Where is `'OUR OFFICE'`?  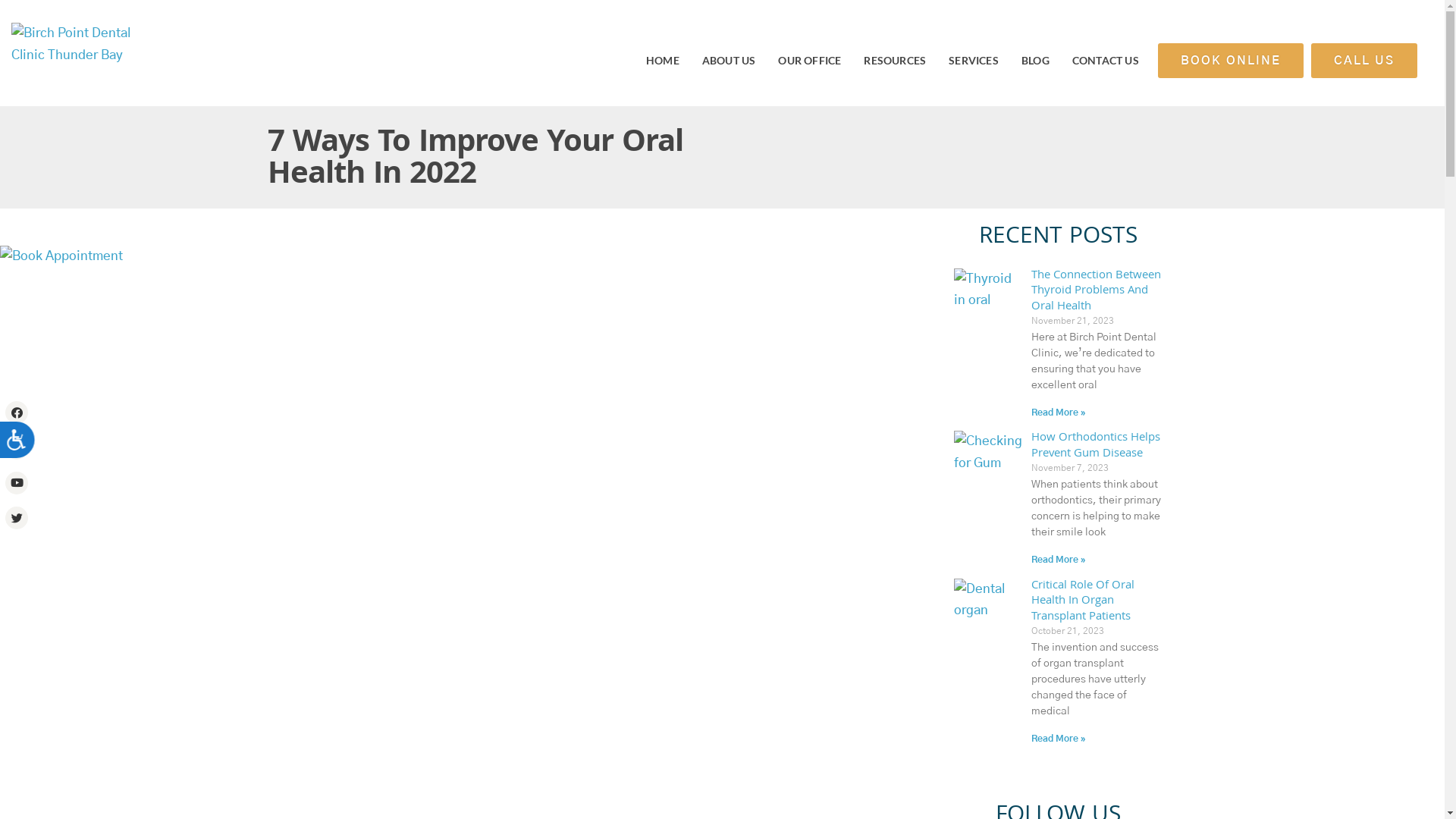 'OUR OFFICE' is located at coordinates (808, 59).